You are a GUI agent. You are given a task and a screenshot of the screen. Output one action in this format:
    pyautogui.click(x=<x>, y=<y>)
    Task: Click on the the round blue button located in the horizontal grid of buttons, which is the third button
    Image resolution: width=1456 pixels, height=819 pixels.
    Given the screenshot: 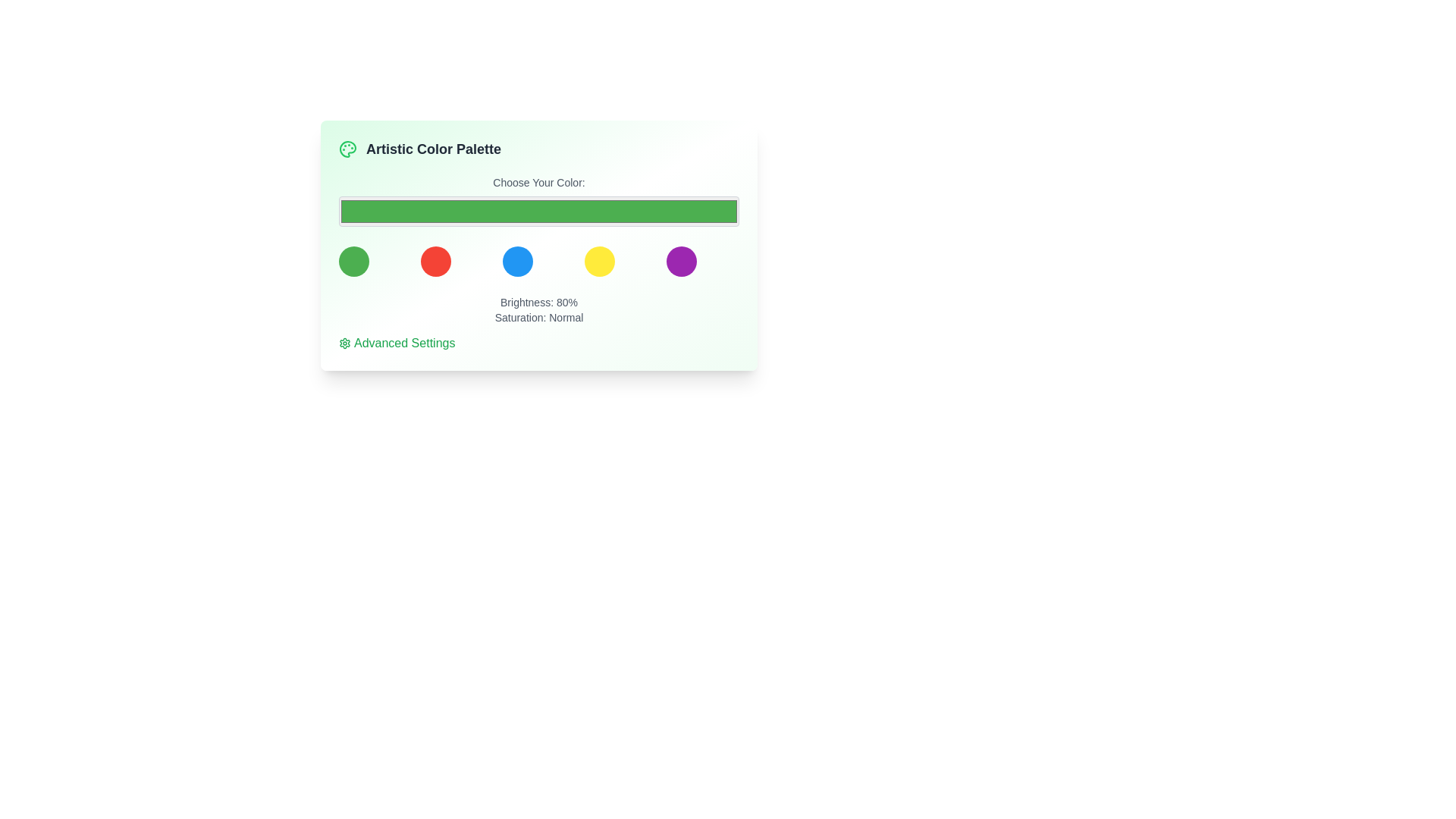 What is the action you would take?
    pyautogui.click(x=517, y=260)
    